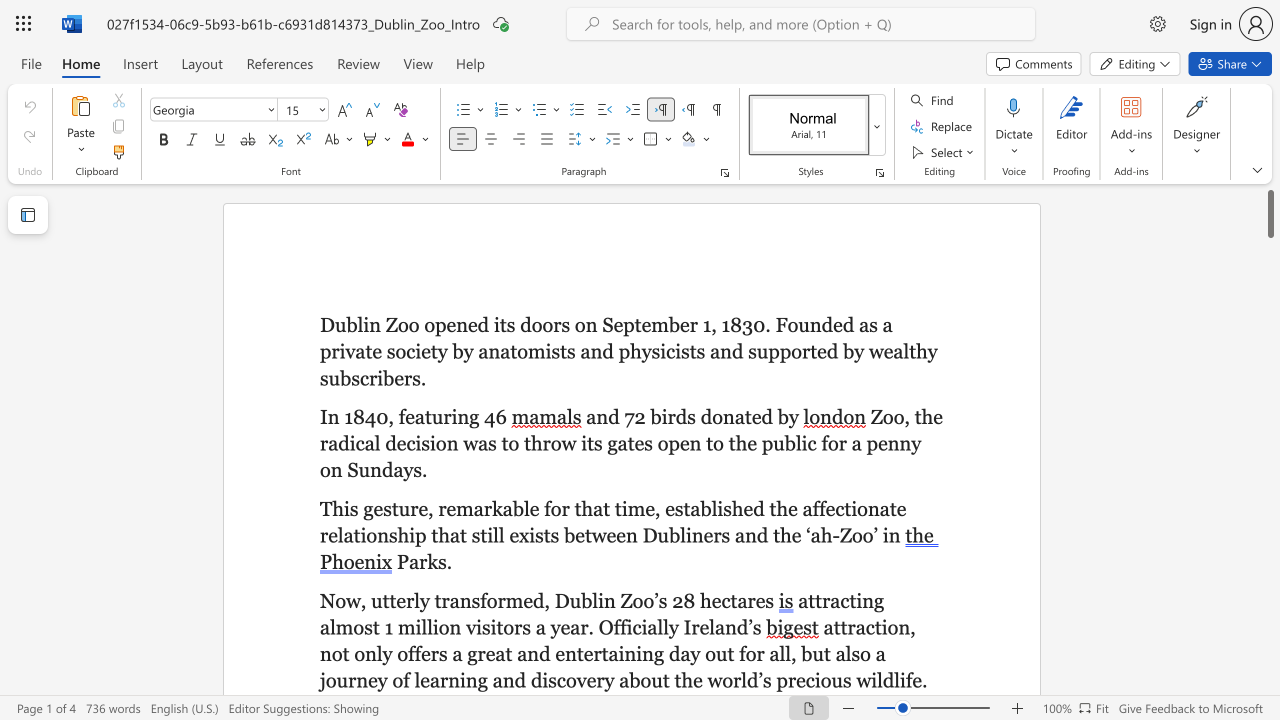  I want to click on the 1th character "u" in the text, so click(436, 415).